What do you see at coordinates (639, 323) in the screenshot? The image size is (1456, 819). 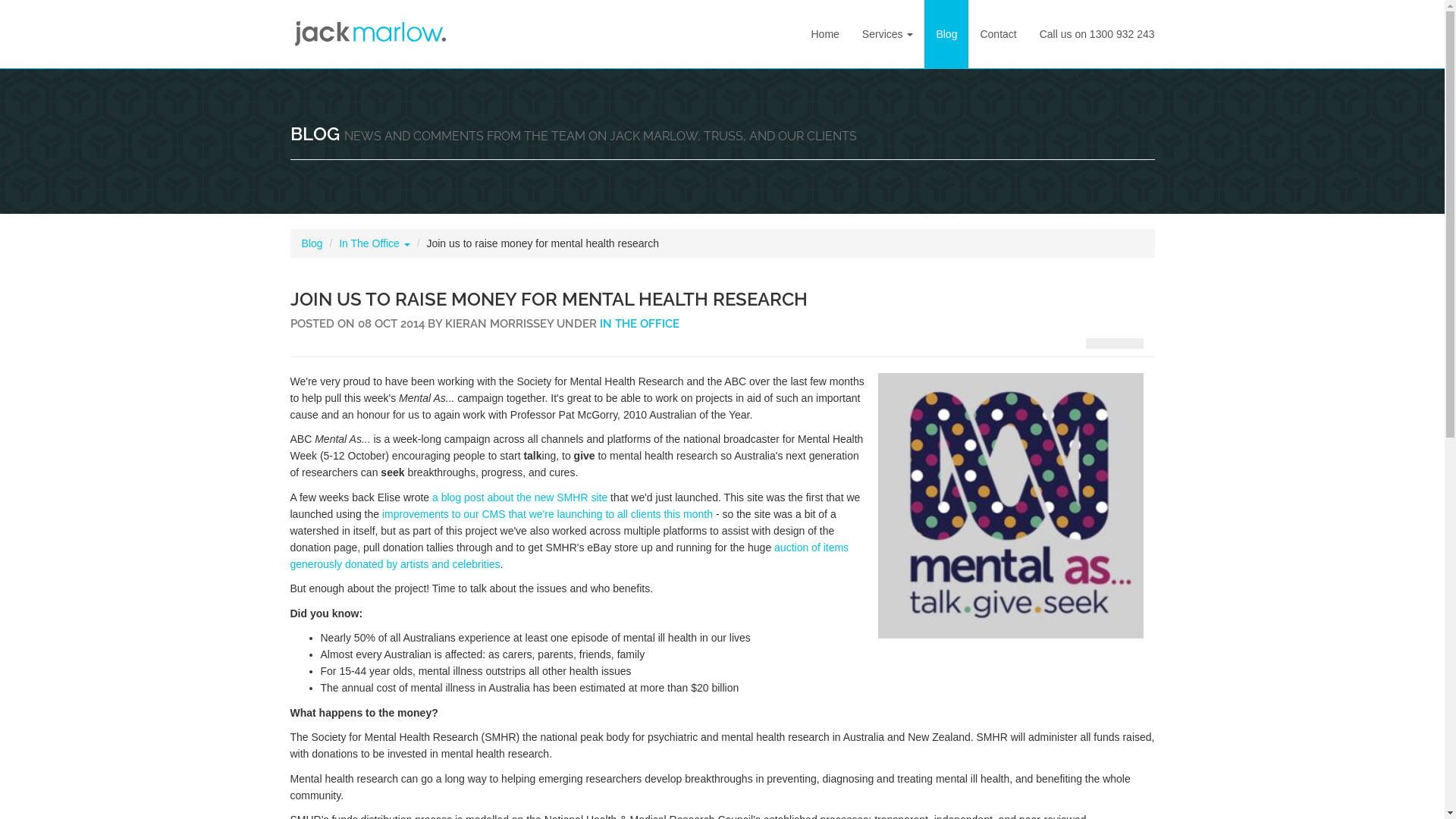 I see `'IN THE OFFICE'` at bounding box center [639, 323].